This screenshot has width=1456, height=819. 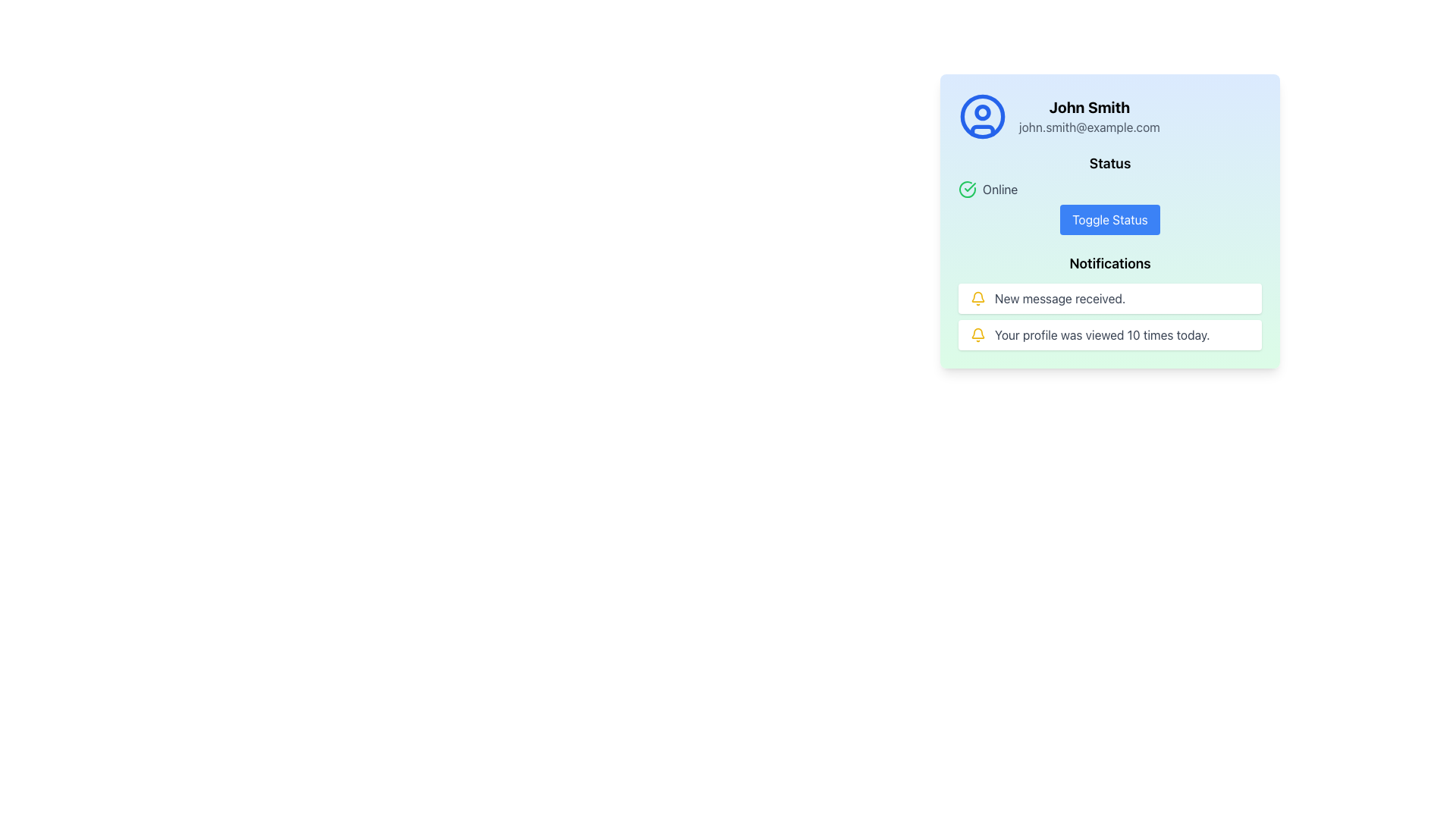 What do you see at coordinates (1102, 334) in the screenshot?
I see `the text label displaying user profile activity, which shows how many times the user's profile has been viewed today` at bounding box center [1102, 334].